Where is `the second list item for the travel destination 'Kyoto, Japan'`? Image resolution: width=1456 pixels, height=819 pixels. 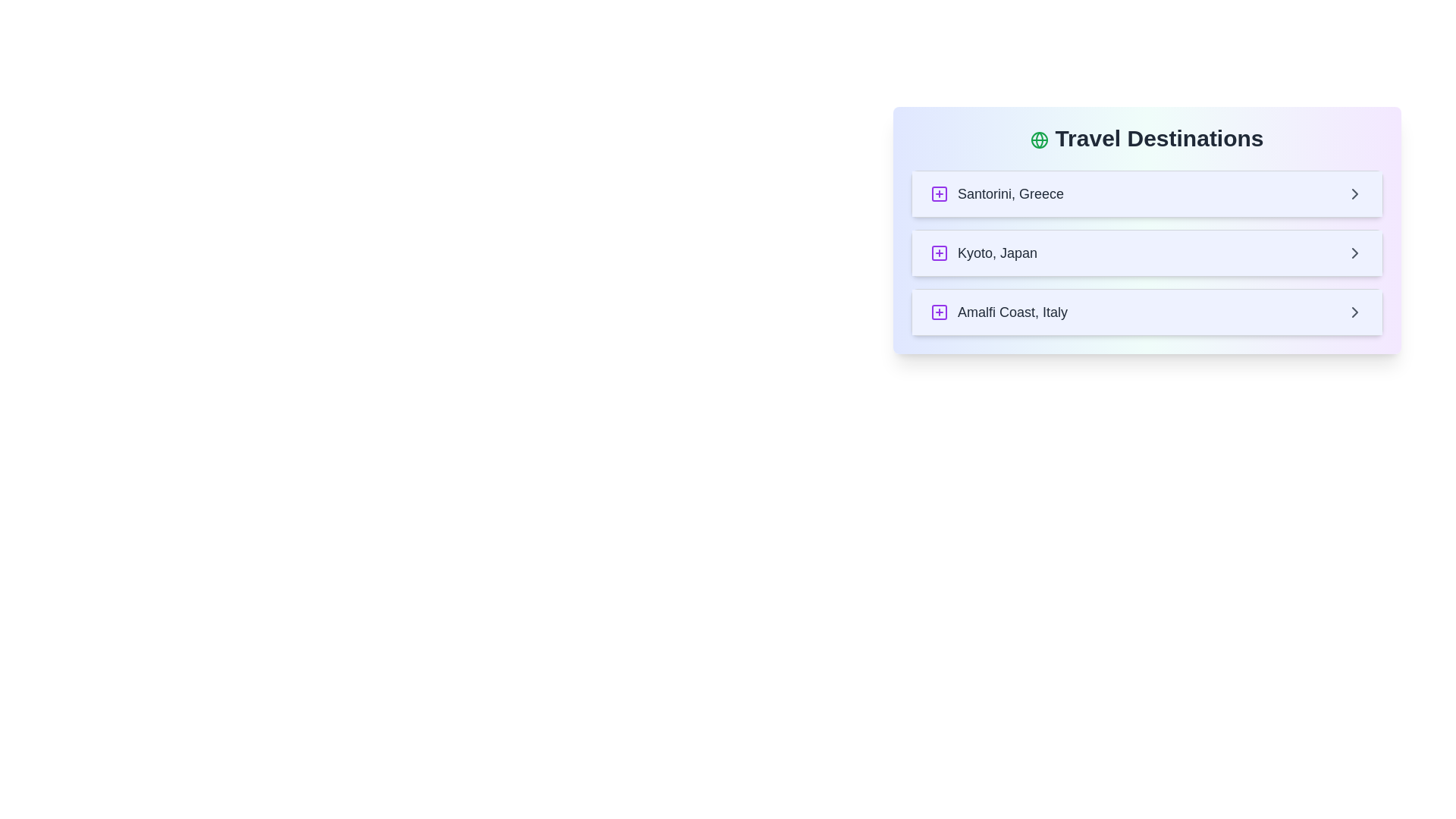 the second list item for the travel destination 'Kyoto, Japan' is located at coordinates (984, 253).